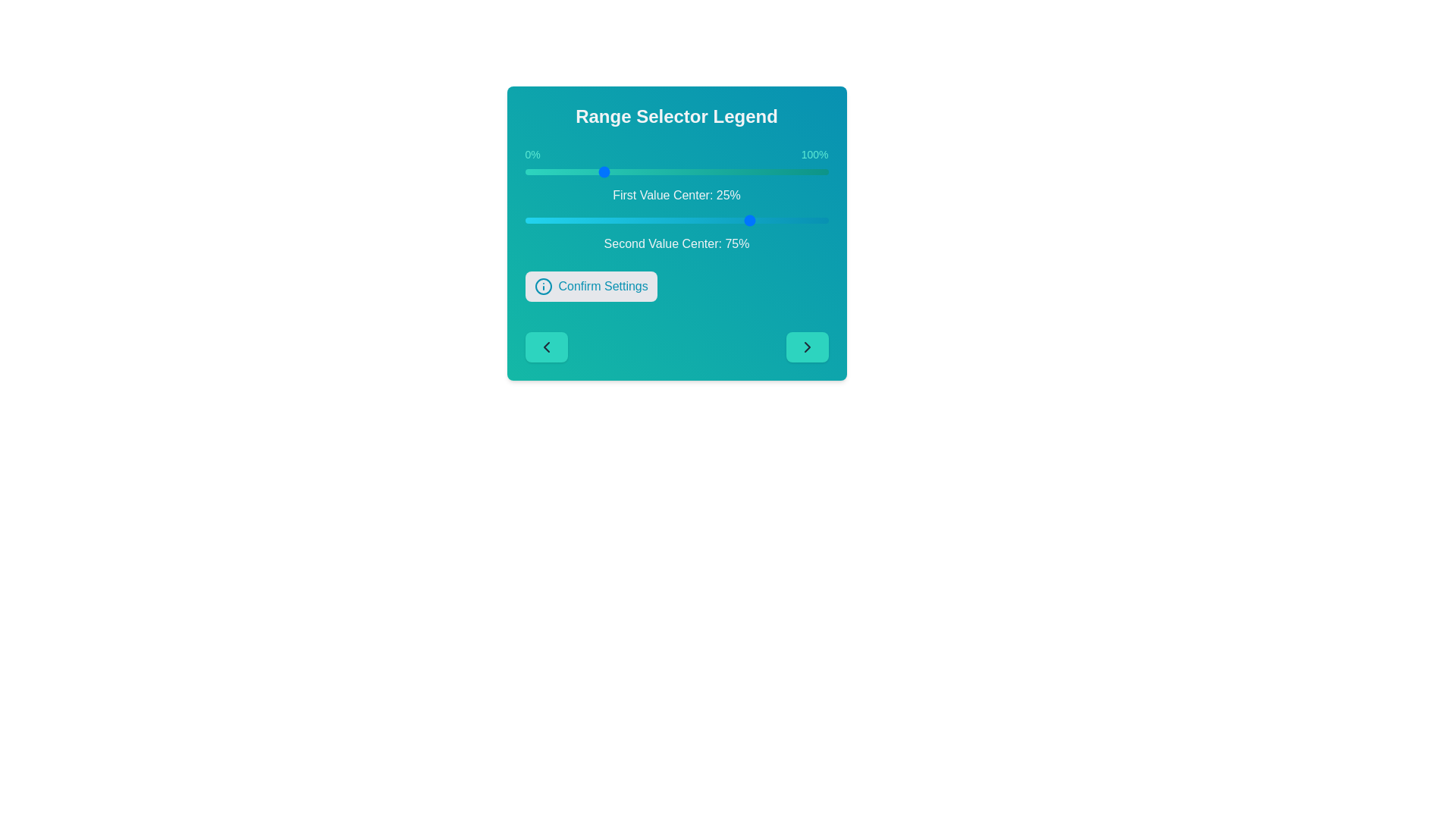 Image resolution: width=1456 pixels, height=819 pixels. What do you see at coordinates (543, 287) in the screenshot?
I see `the circular icon with a blue outline located to the left of the 'Confirm Settings' button` at bounding box center [543, 287].